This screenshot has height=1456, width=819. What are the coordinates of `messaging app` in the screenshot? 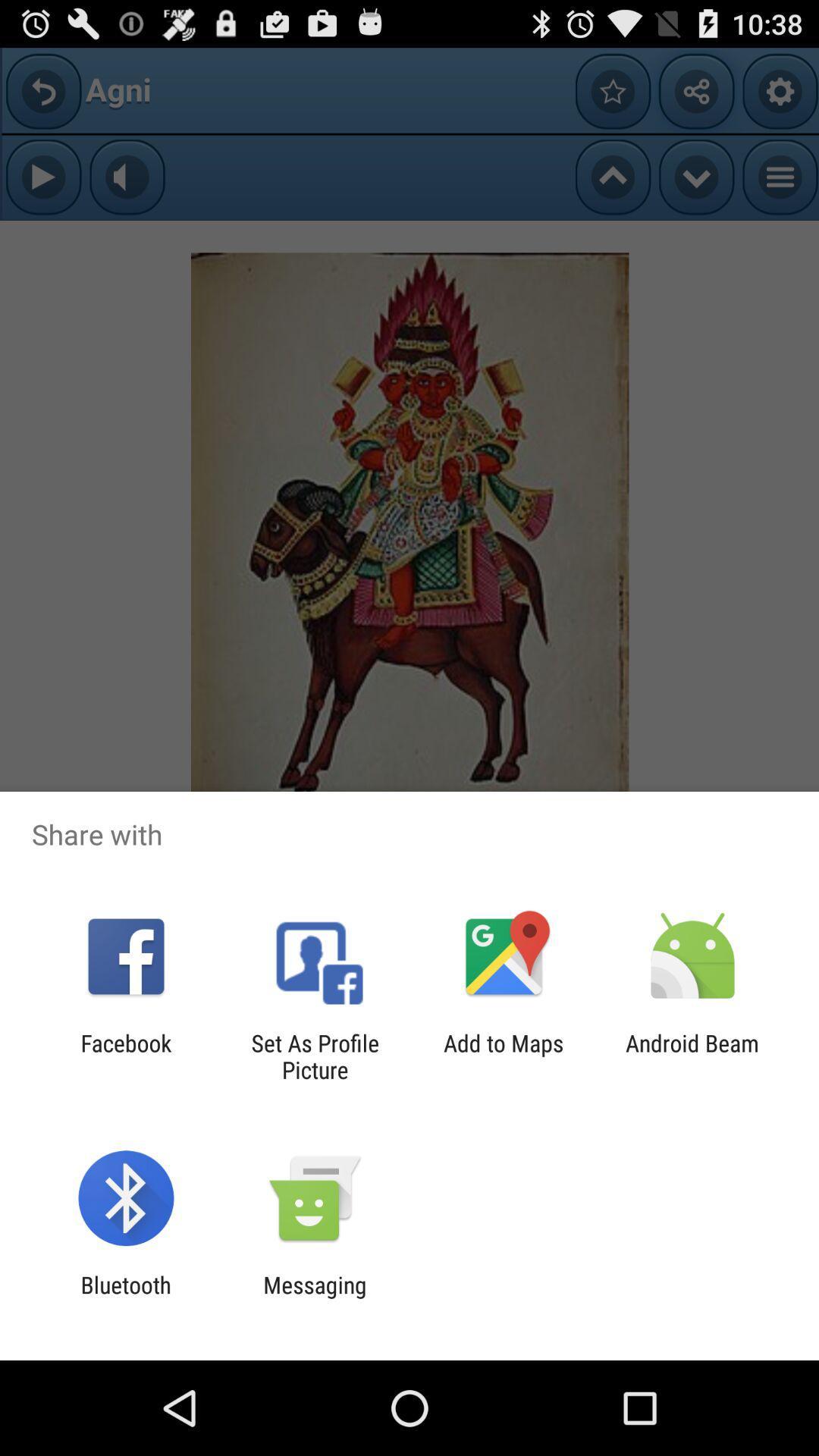 It's located at (314, 1298).